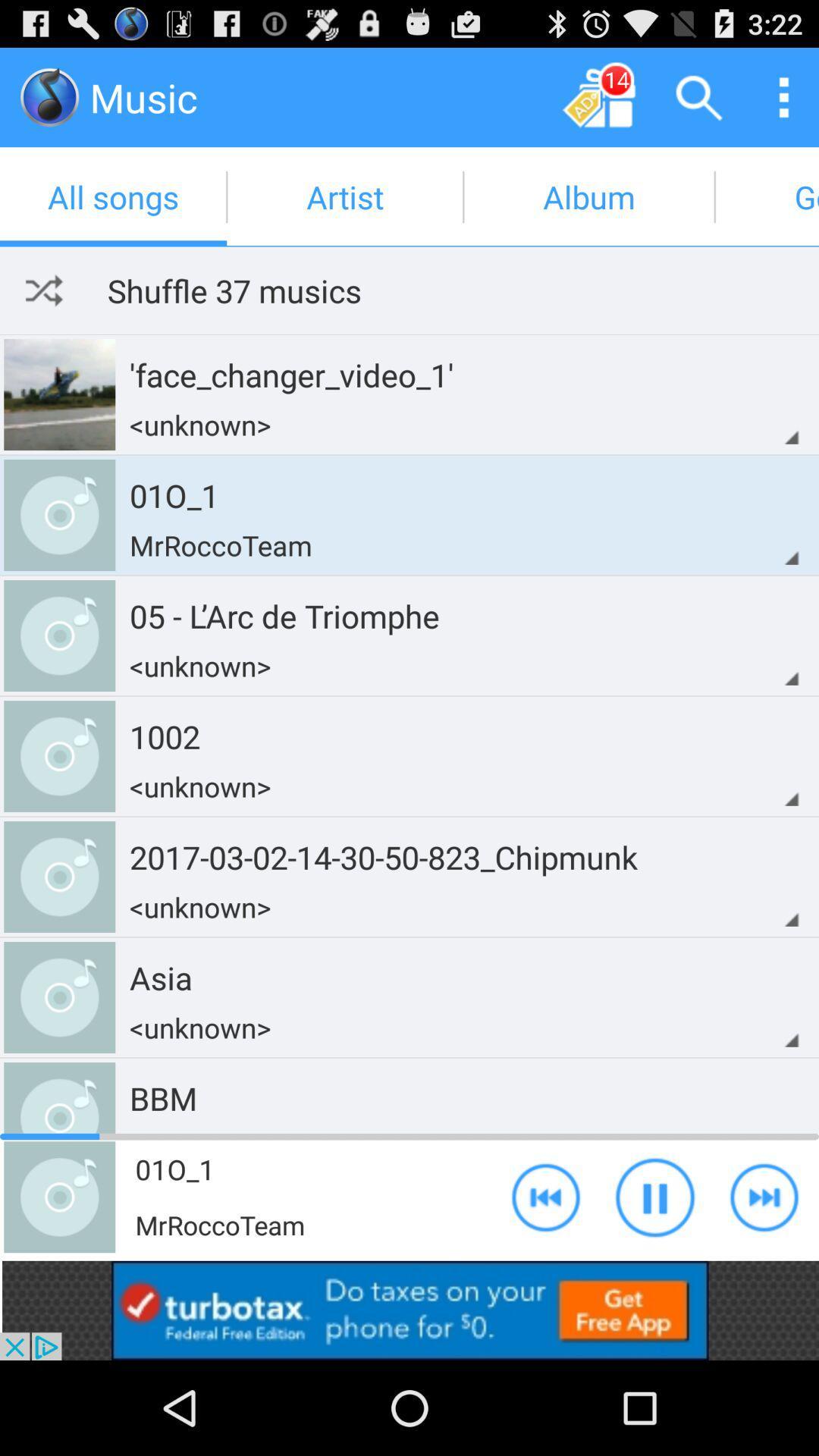 This screenshot has height=1456, width=819. I want to click on the more icon, so click(783, 103).